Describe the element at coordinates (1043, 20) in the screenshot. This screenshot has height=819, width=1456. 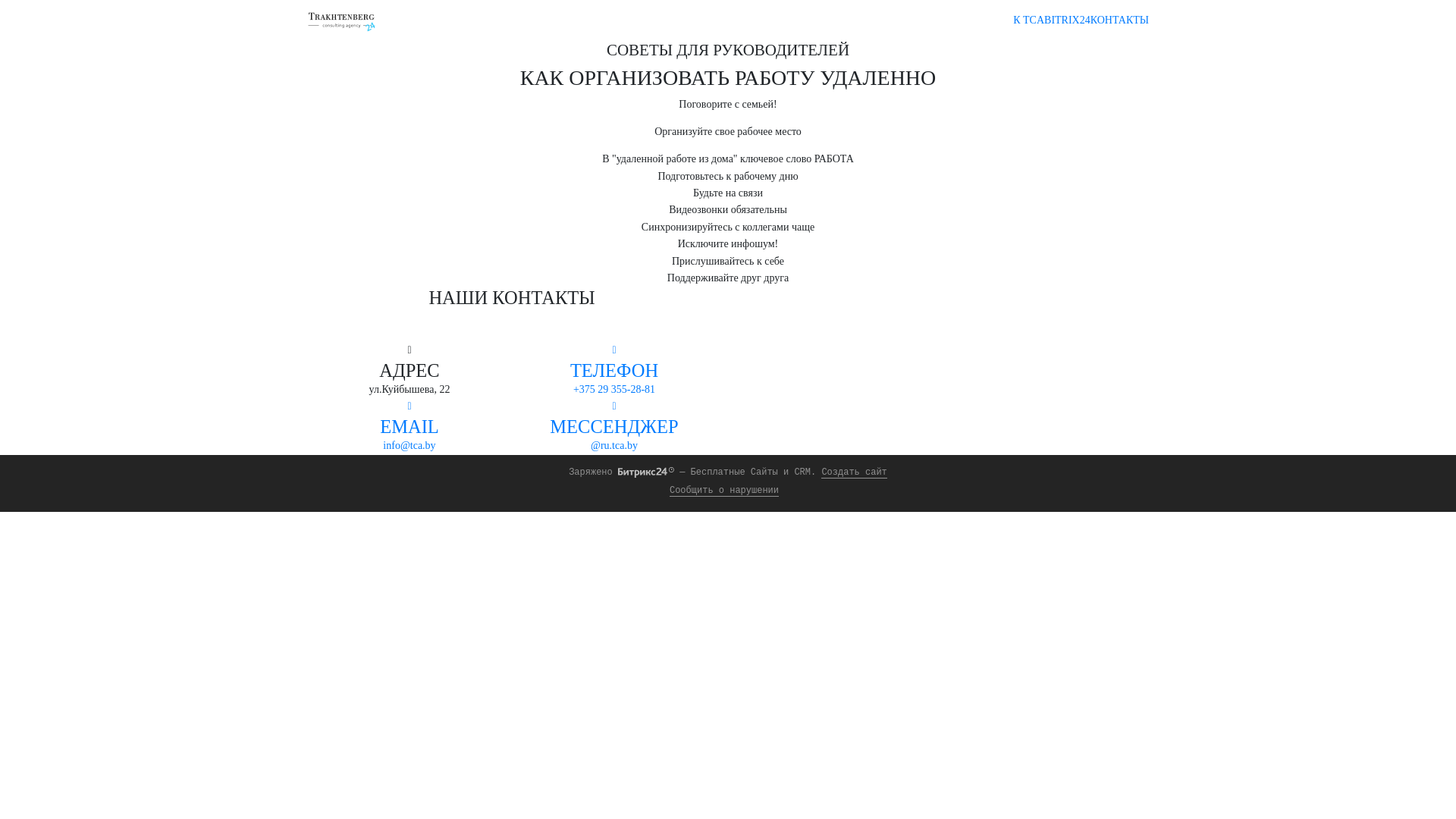
I see `'BITRIX24'` at that location.